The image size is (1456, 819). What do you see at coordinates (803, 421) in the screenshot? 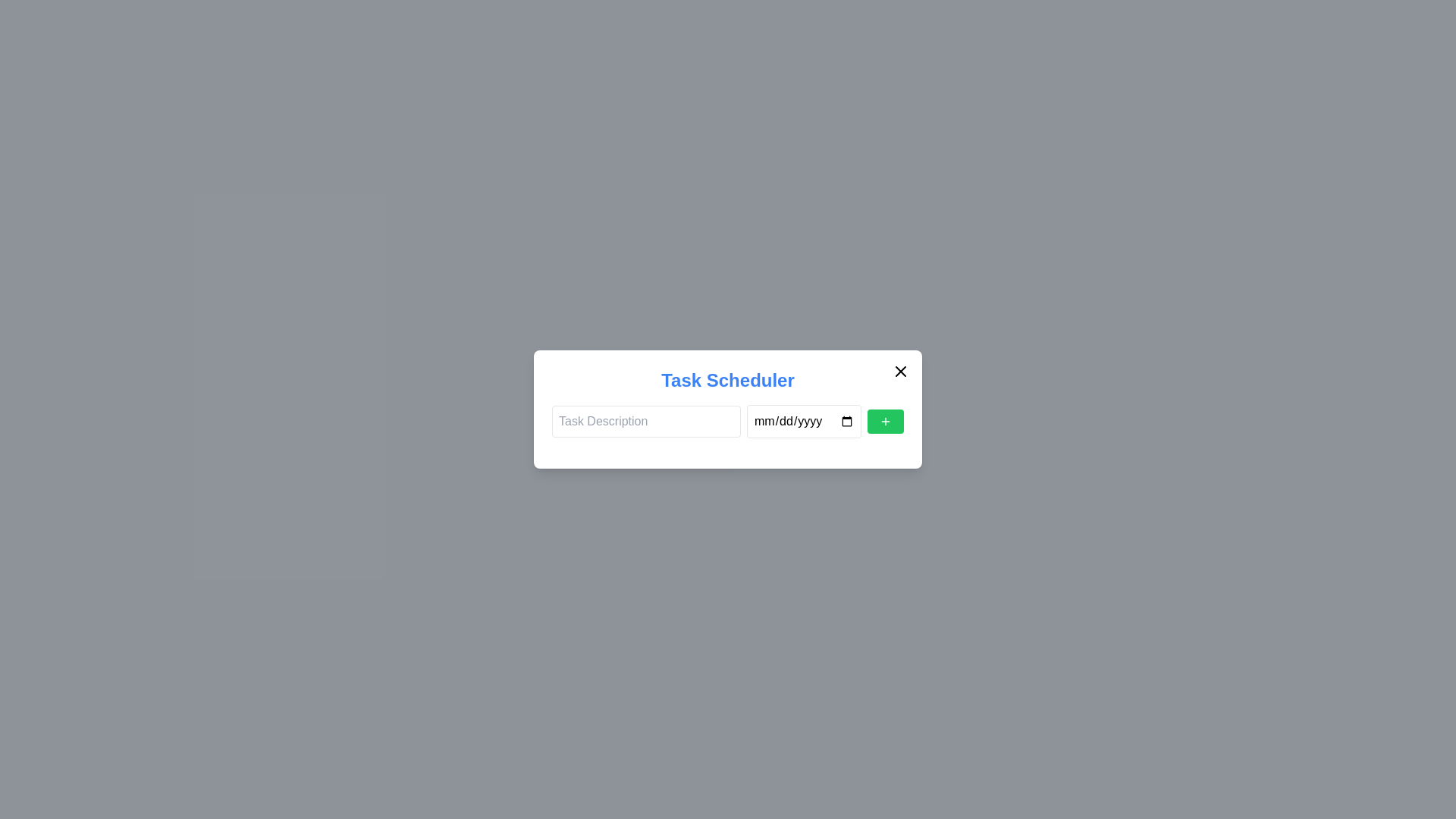
I see `the Date input field located below the 'Task Scheduler' header, positioned between a text input field on the left and a green button on the right` at bounding box center [803, 421].